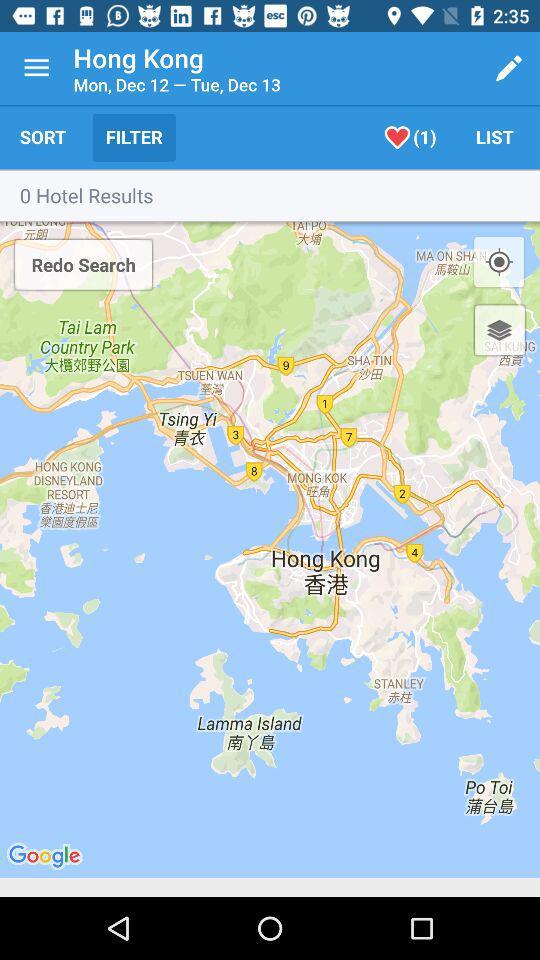 This screenshot has height=960, width=540. Describe the element at coordinates (498, 330) in the screenshot. I see `the layers icon` at that location.